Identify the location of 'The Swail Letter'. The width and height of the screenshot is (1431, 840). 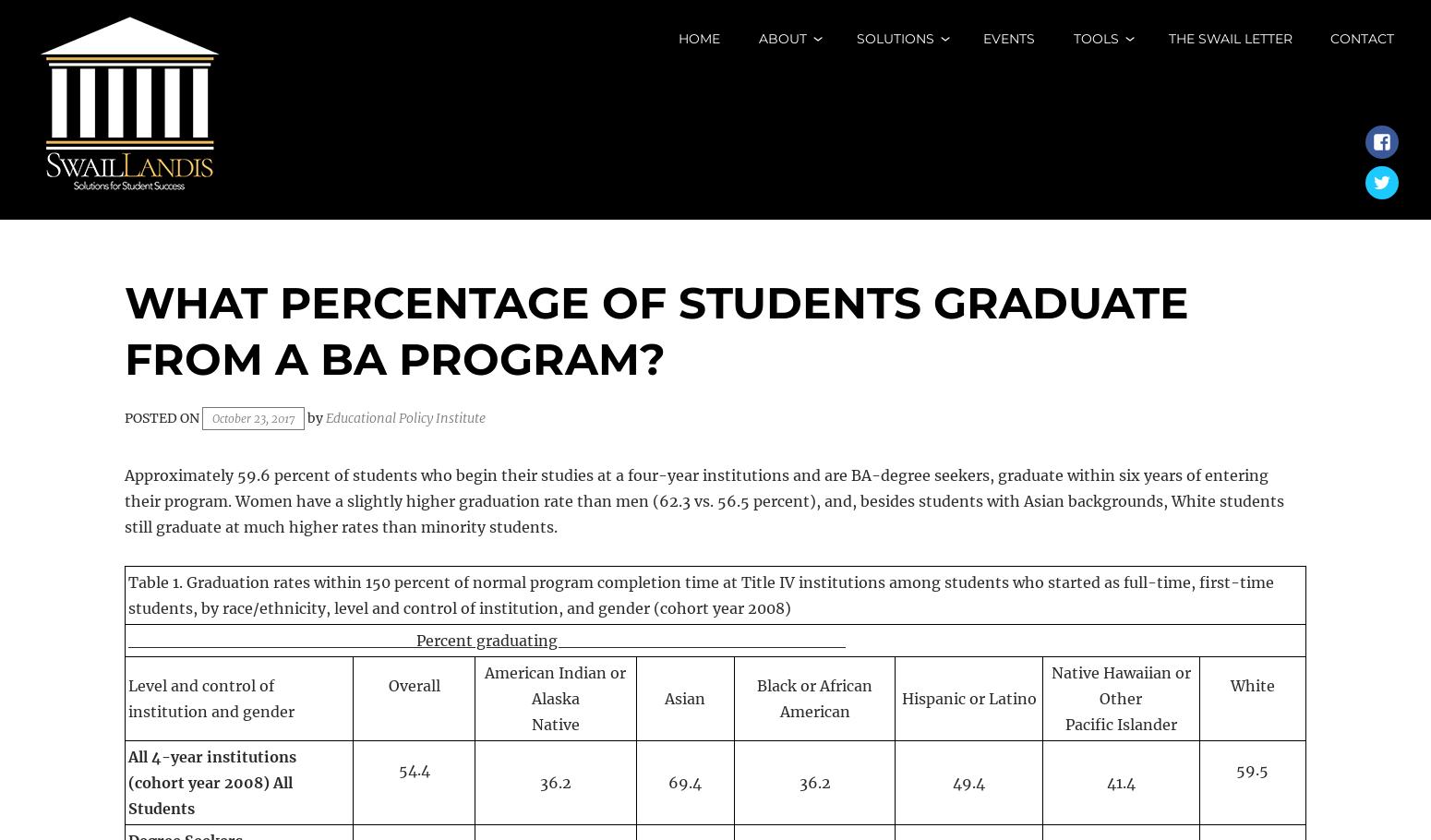
(1230, 39).